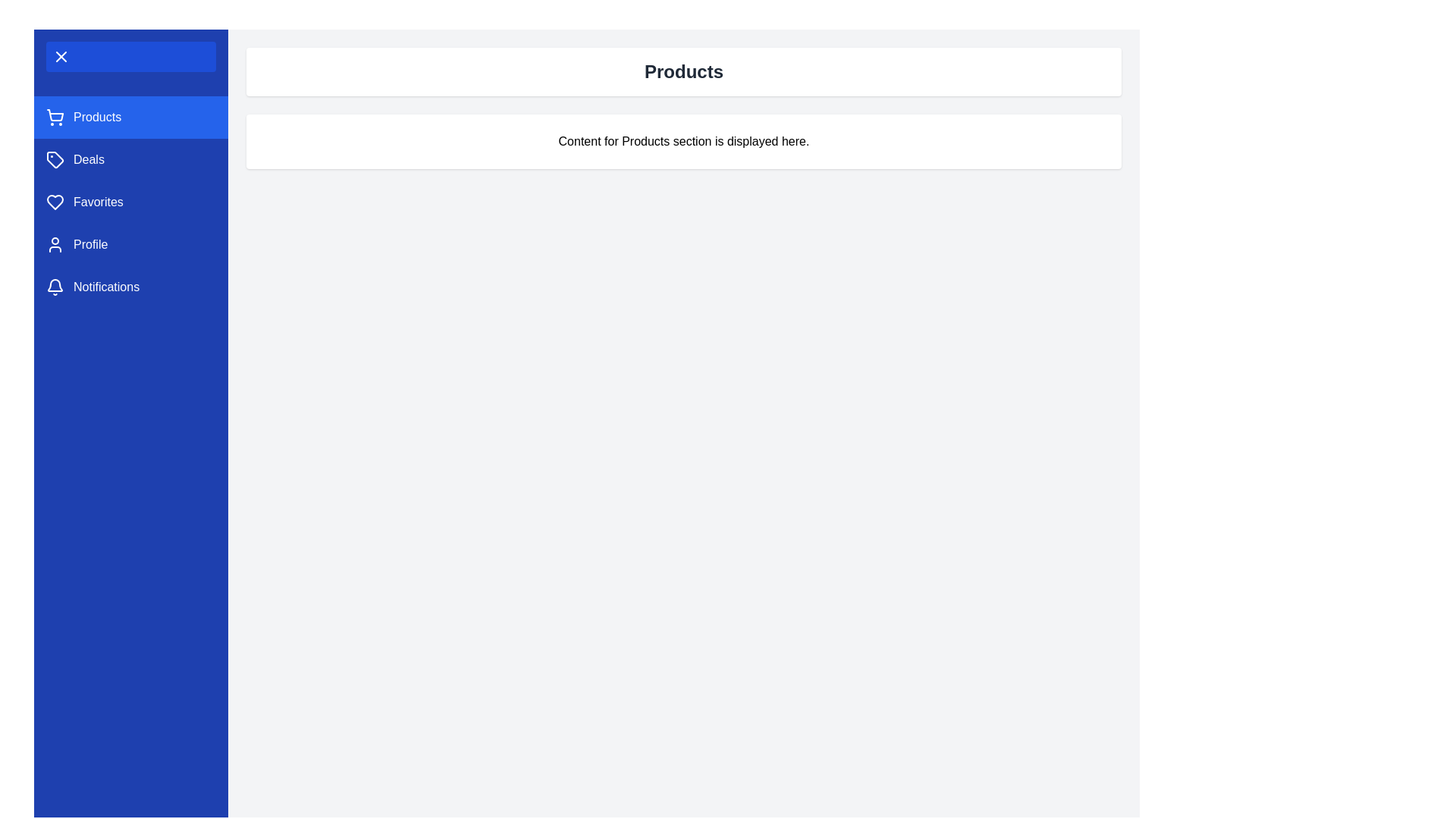  I want to click on the 'Deals' button located in the vertical navigation menu, which is the second option below the 'Products' button, so click(130, 160).